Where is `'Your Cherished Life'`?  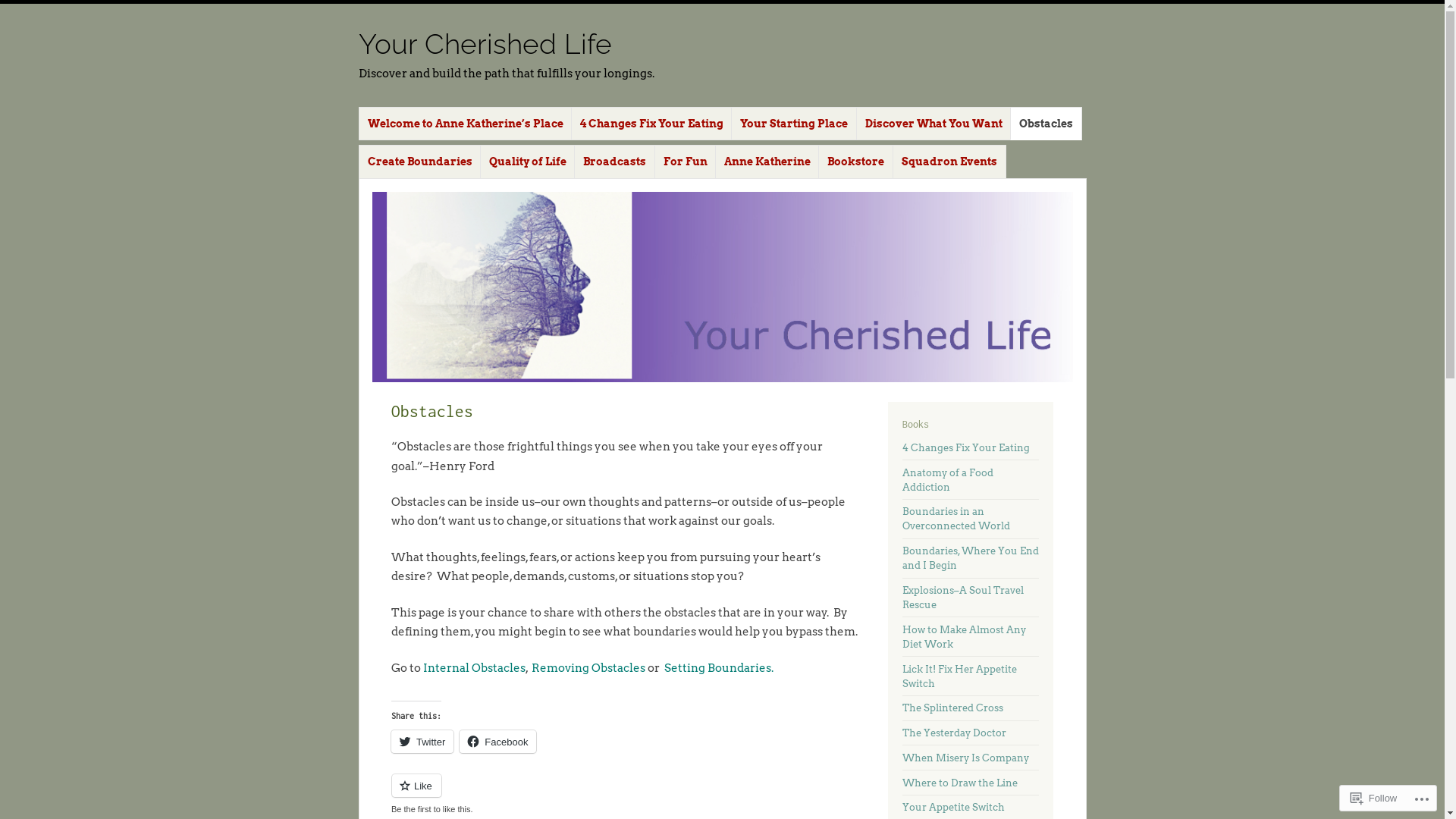 'Your Cherished Life' is located at coordinates (483, 42).